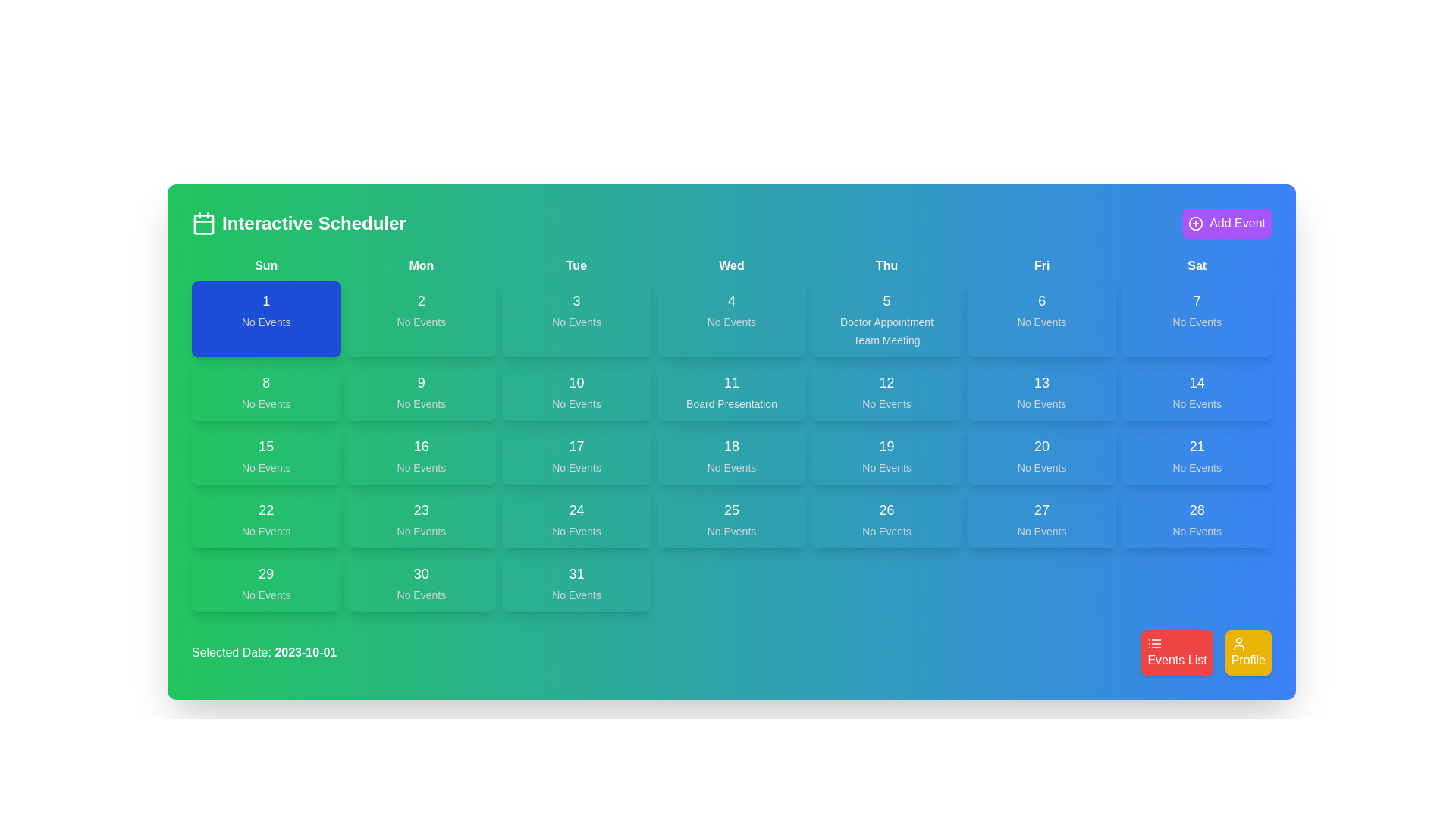  Describe the element at coordinates (886, 318) in the screenshot. I see `the Calendar day cell for 'Thu' which contains the numeral '5' and the events 'Doctor Appointment' and 'Team Meeting'` at that location.